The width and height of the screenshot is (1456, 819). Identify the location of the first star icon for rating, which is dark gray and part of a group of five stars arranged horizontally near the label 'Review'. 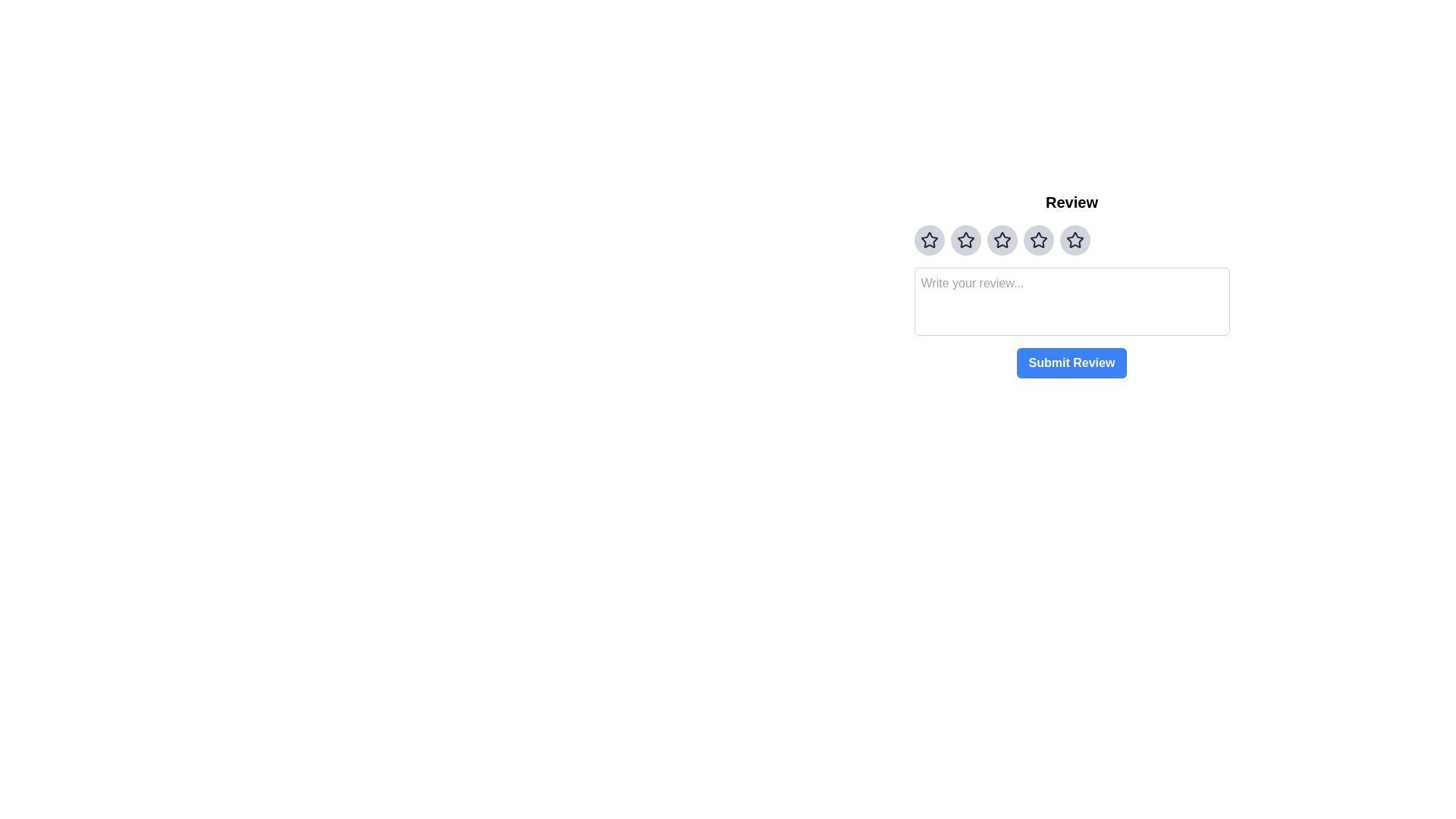
(928, 239).